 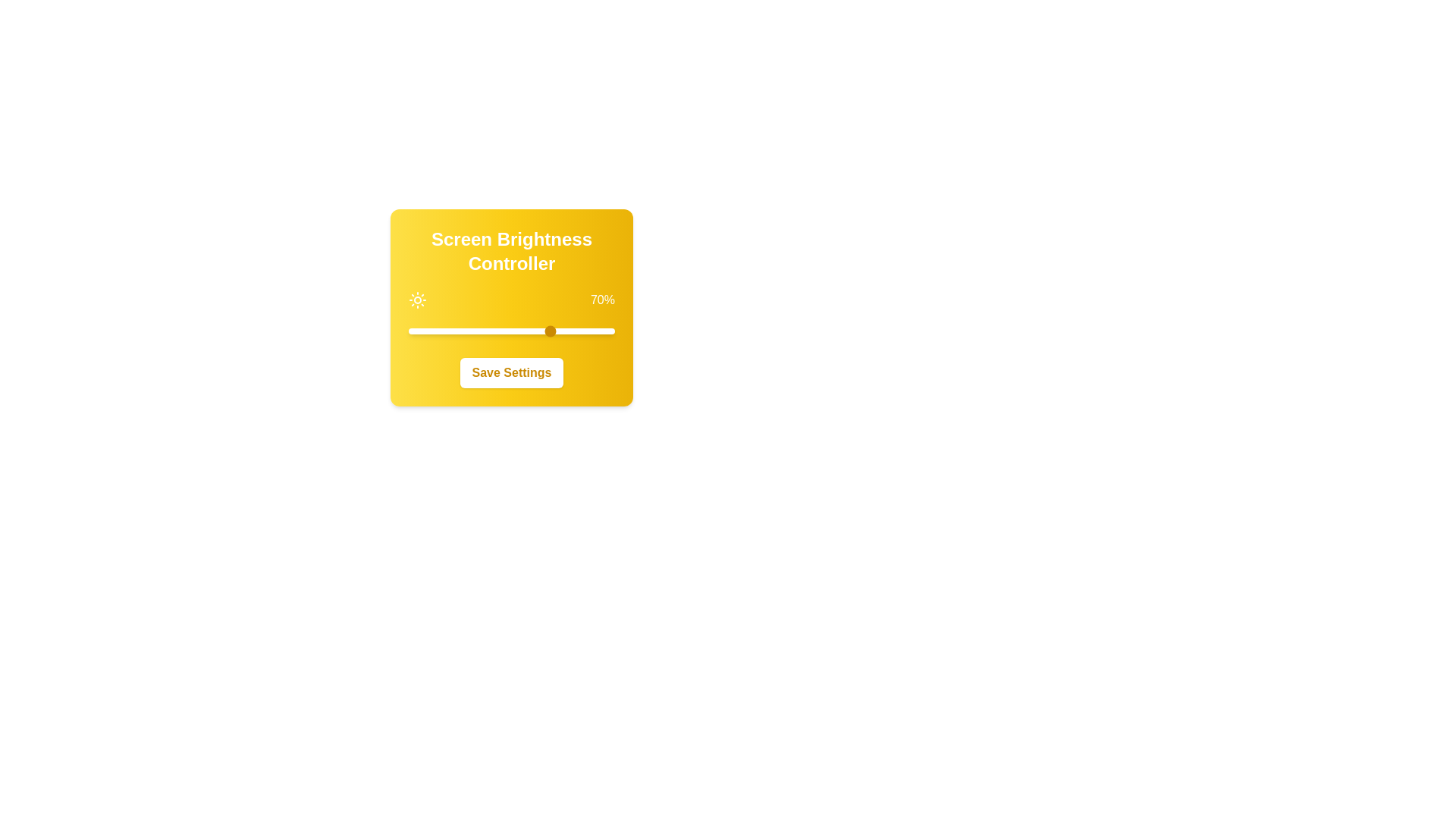 What do you see at coordinates (512, 373) in the screenshot?
I see `'Save Settings' button to save the current brightness level` at bounding box center [512, 373].